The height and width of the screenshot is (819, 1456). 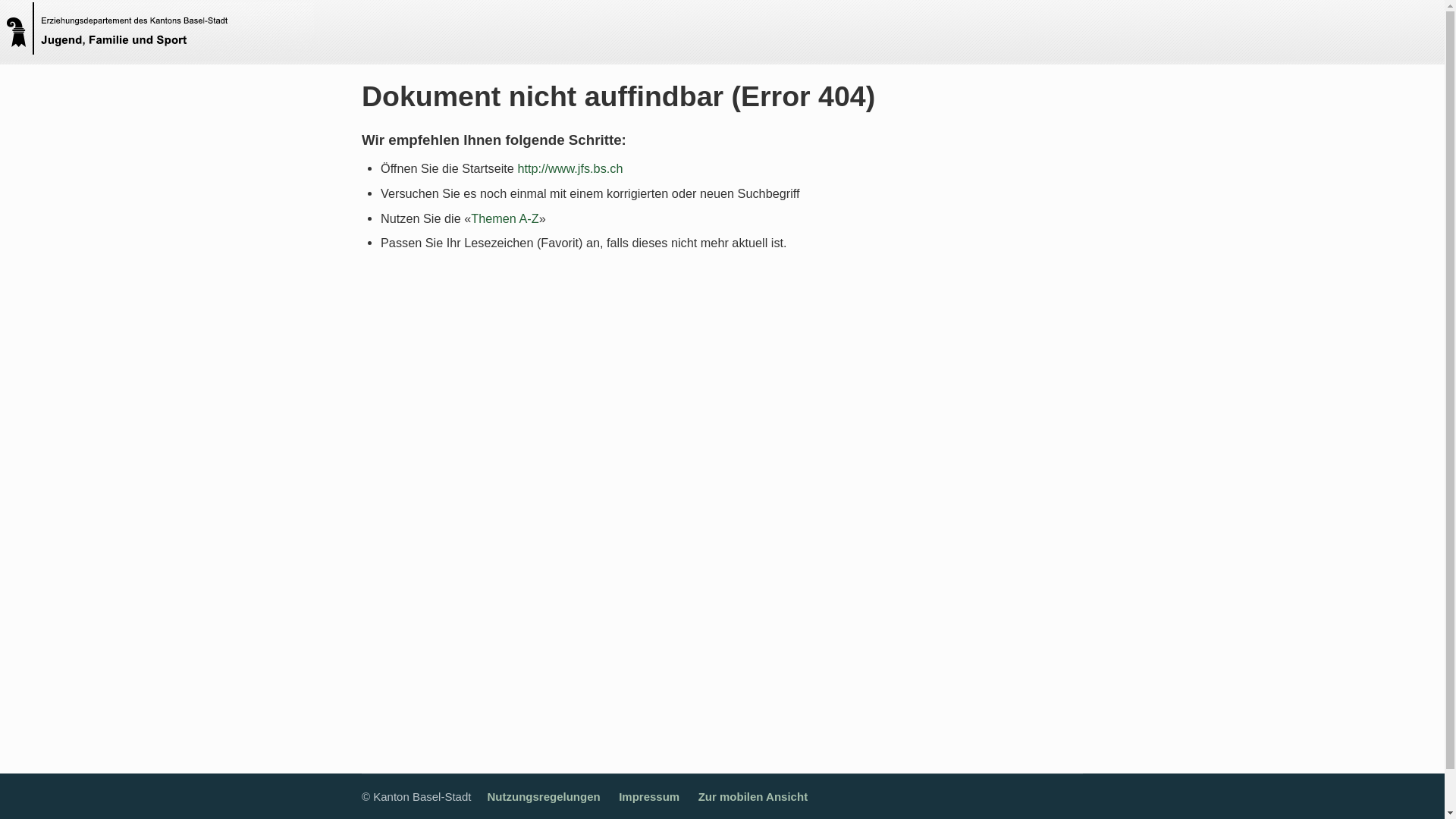 I want to click on 'http://www.jfs.bs.ch', so click(x=569, y=168).